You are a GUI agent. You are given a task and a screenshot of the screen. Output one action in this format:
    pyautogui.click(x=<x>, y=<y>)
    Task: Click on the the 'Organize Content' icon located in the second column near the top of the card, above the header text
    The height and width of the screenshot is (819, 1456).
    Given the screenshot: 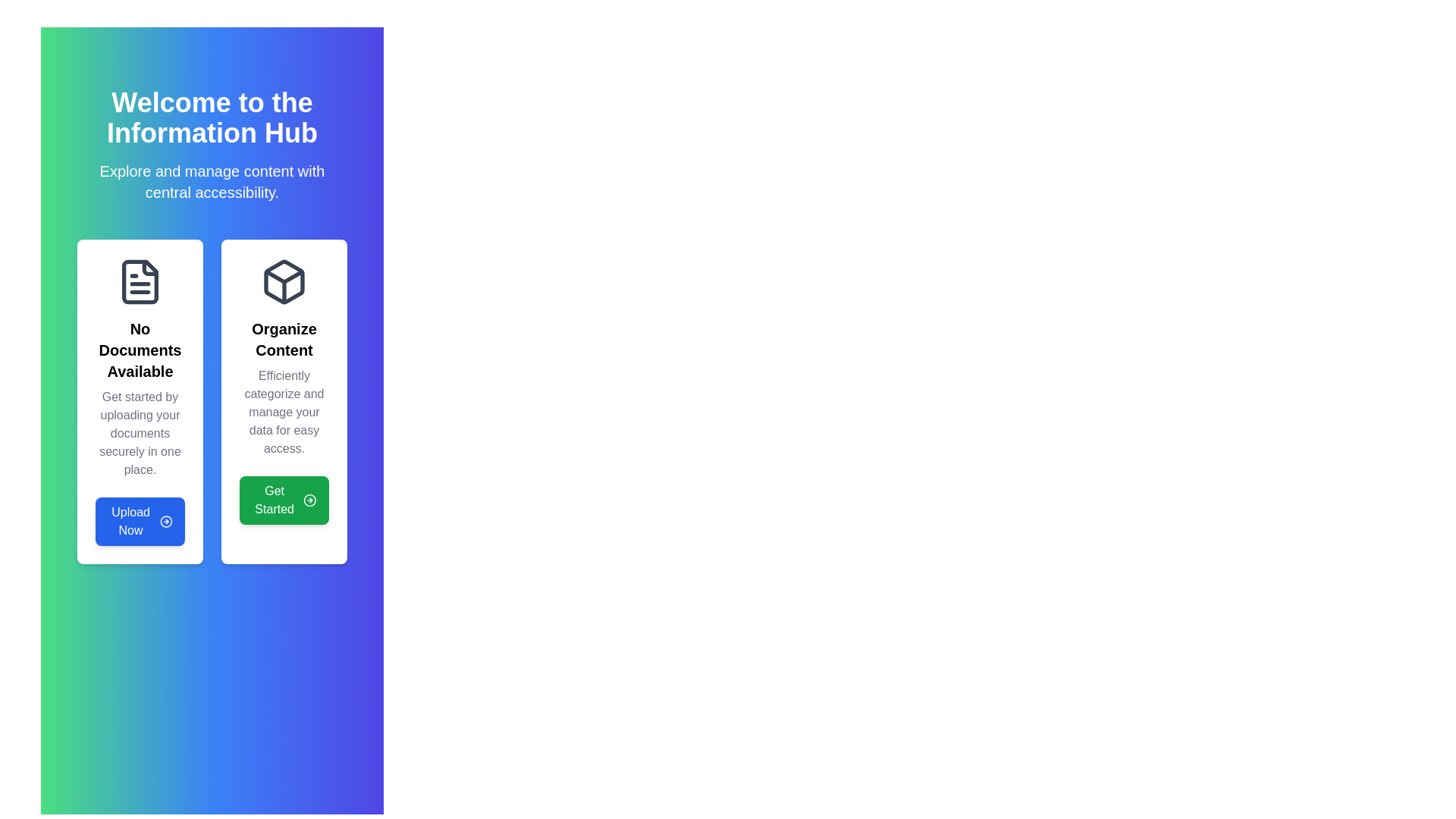 What is the action you would take?
    pyautogui.click(x=284, y=281)
    